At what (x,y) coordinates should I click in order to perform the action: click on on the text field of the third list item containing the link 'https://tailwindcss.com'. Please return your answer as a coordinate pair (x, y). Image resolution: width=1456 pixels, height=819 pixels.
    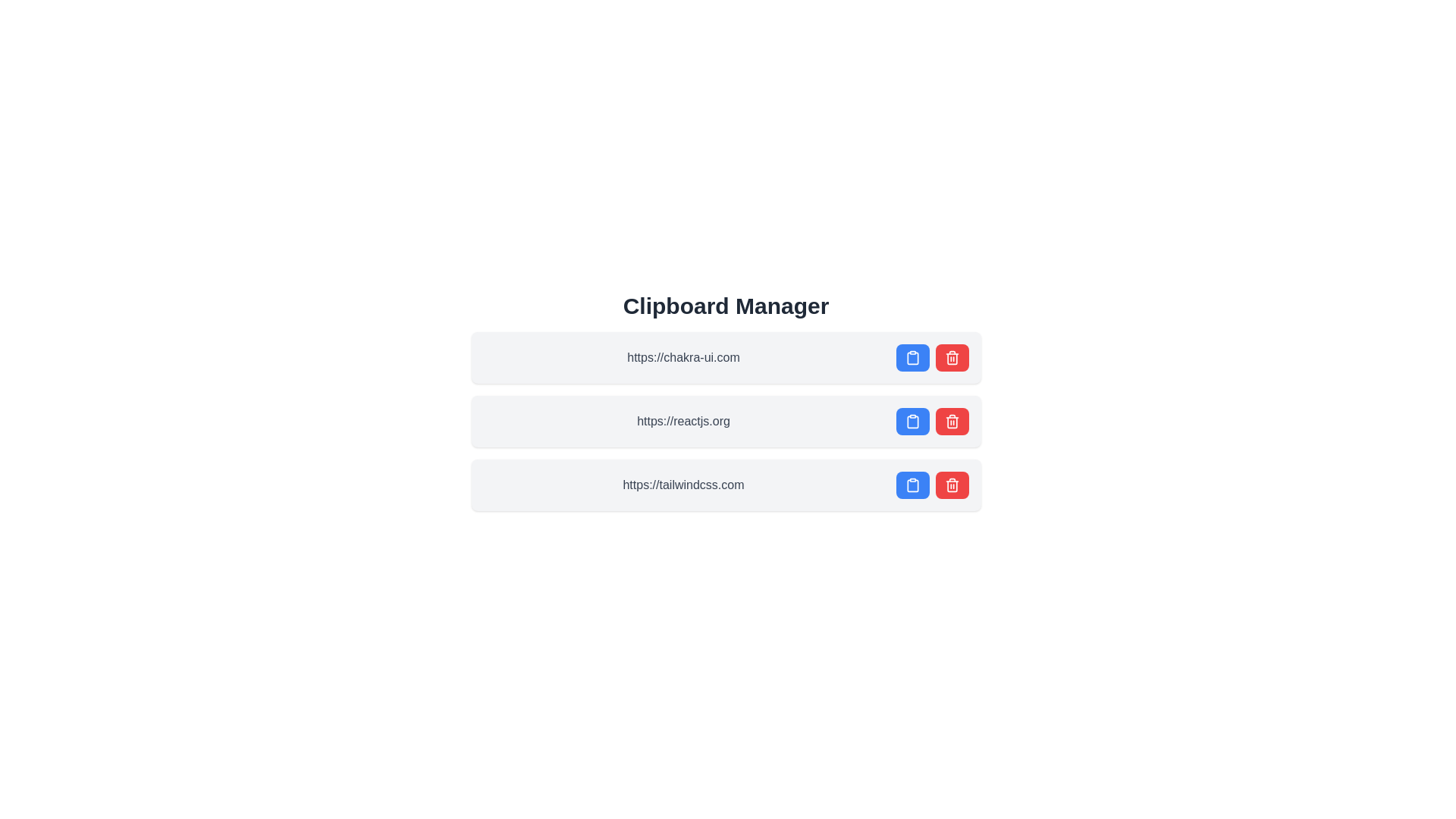
    Looking at the image, I should click on (725, 485).